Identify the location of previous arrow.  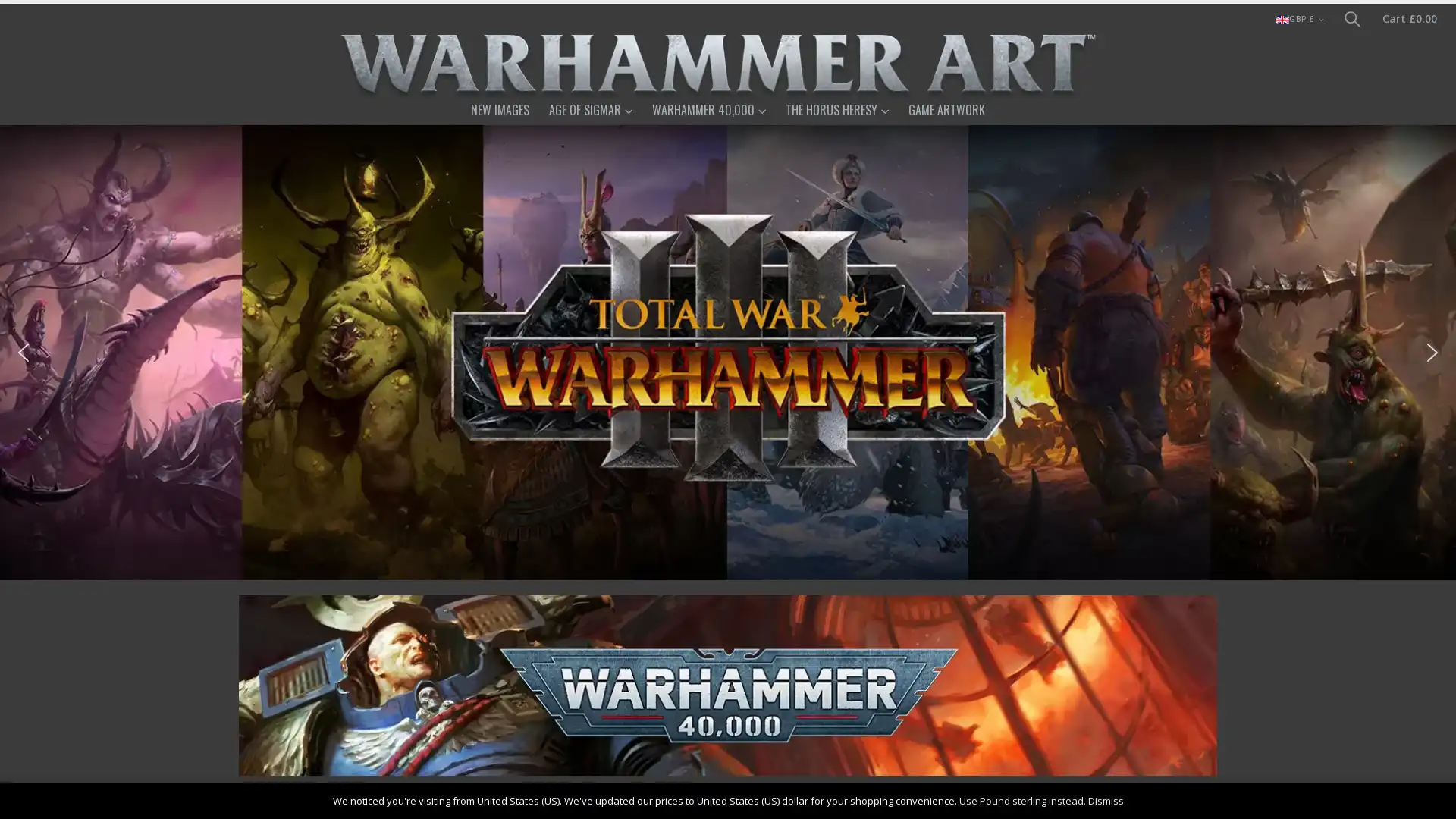
(23, 351).